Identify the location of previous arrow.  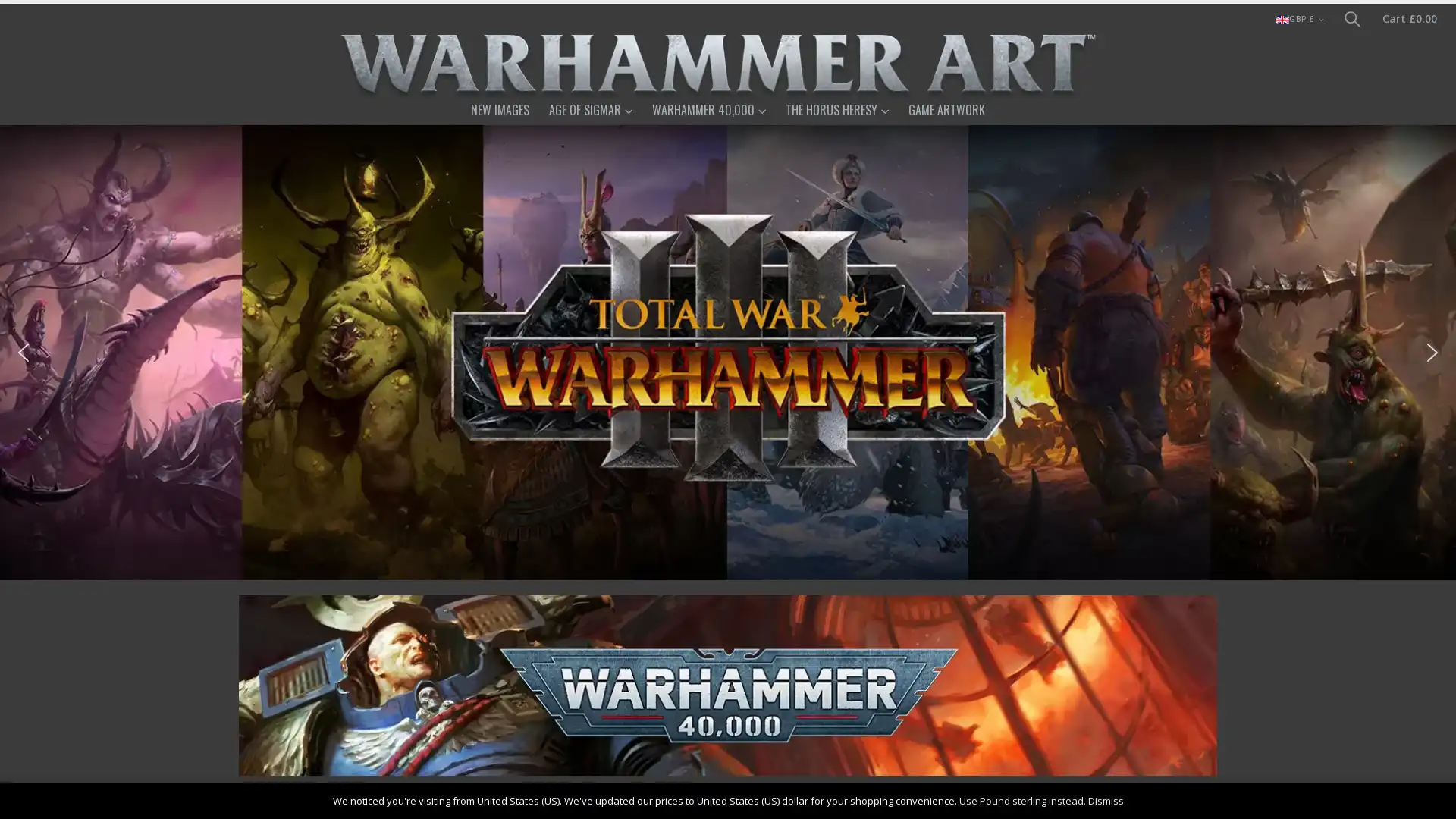
(23, 351).